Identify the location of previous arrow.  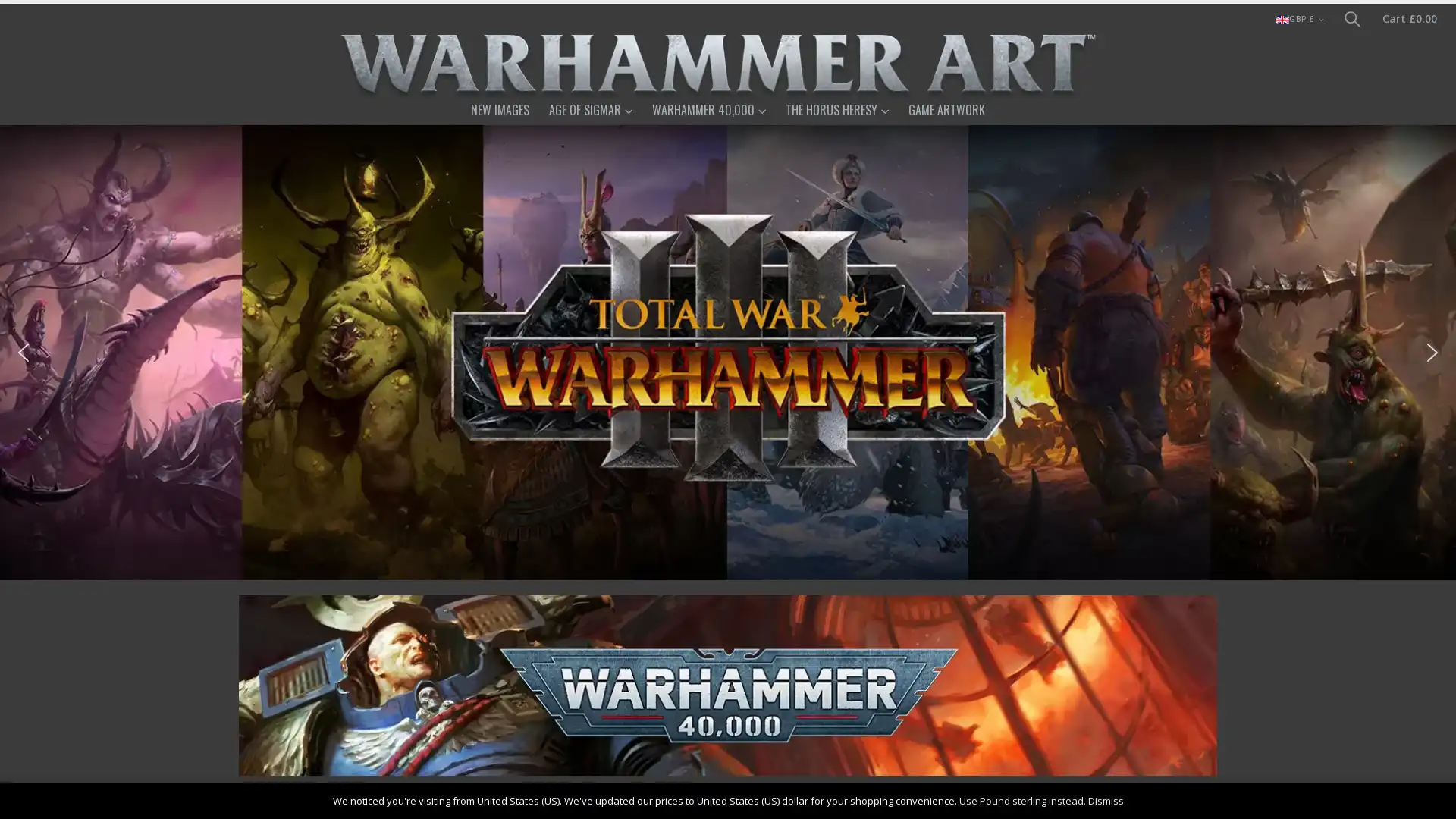
(23, 351).